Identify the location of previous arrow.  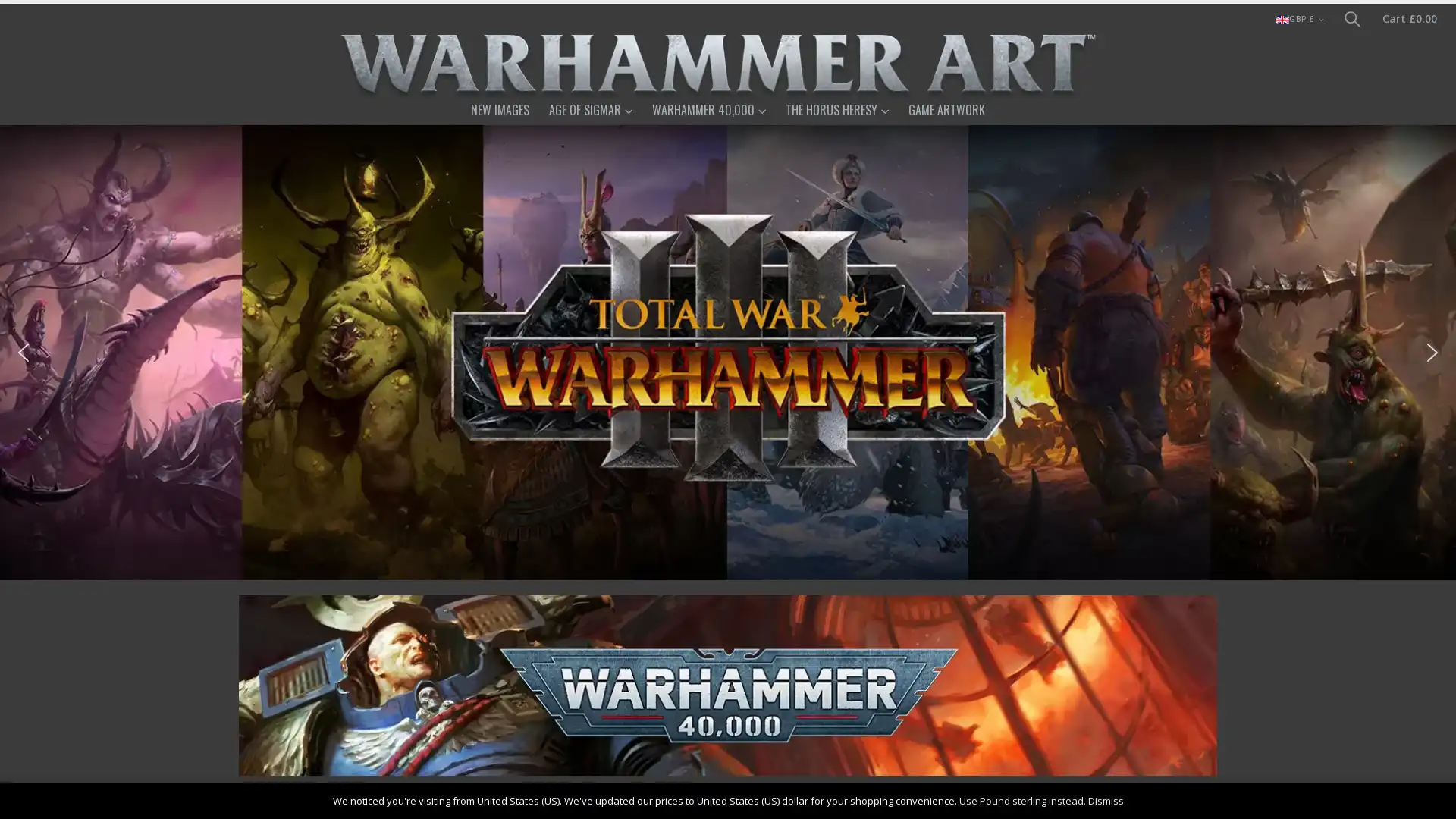
(23, 351).